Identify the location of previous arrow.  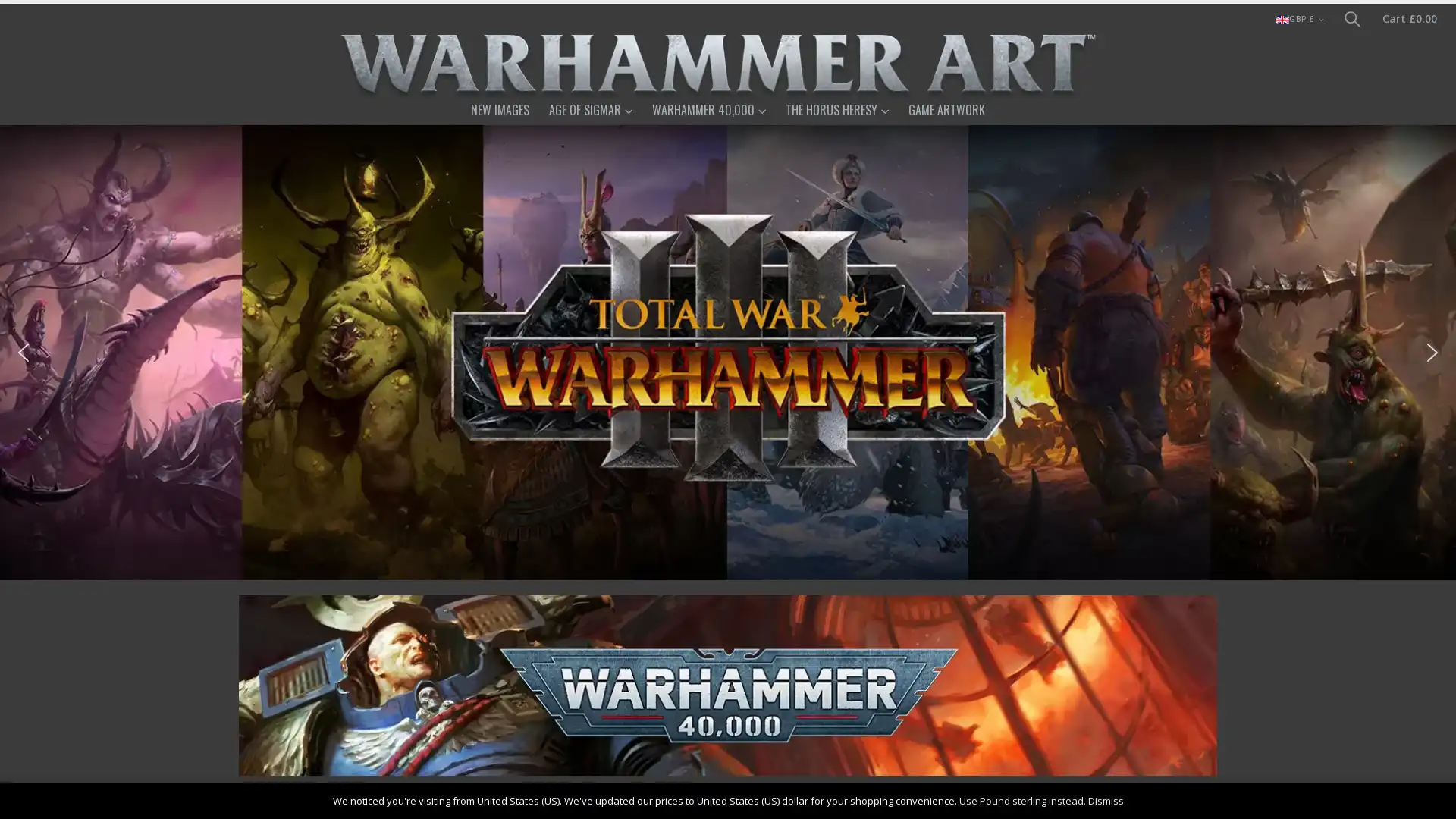
(23, 351).